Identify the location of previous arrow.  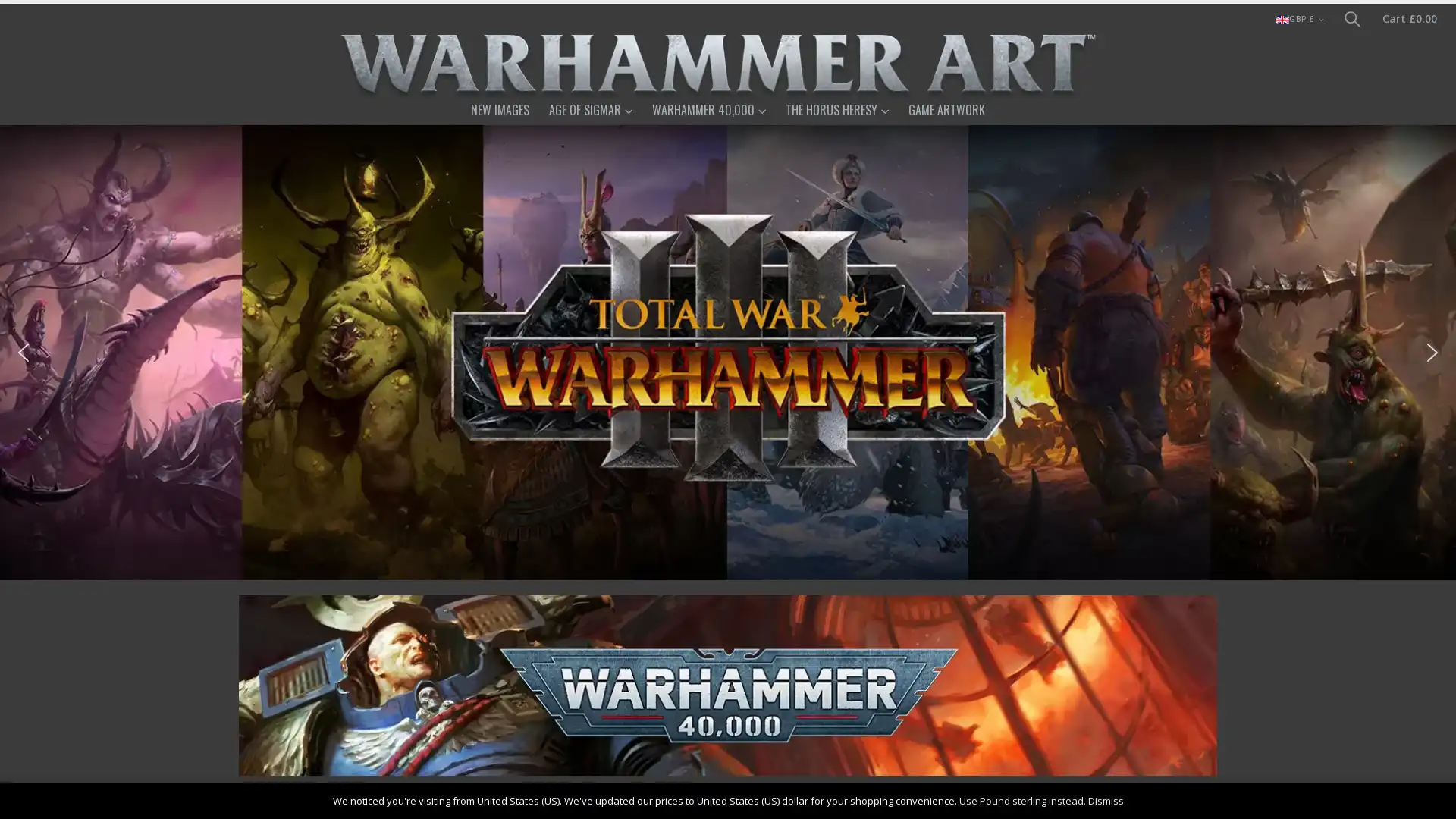
(23, 351).